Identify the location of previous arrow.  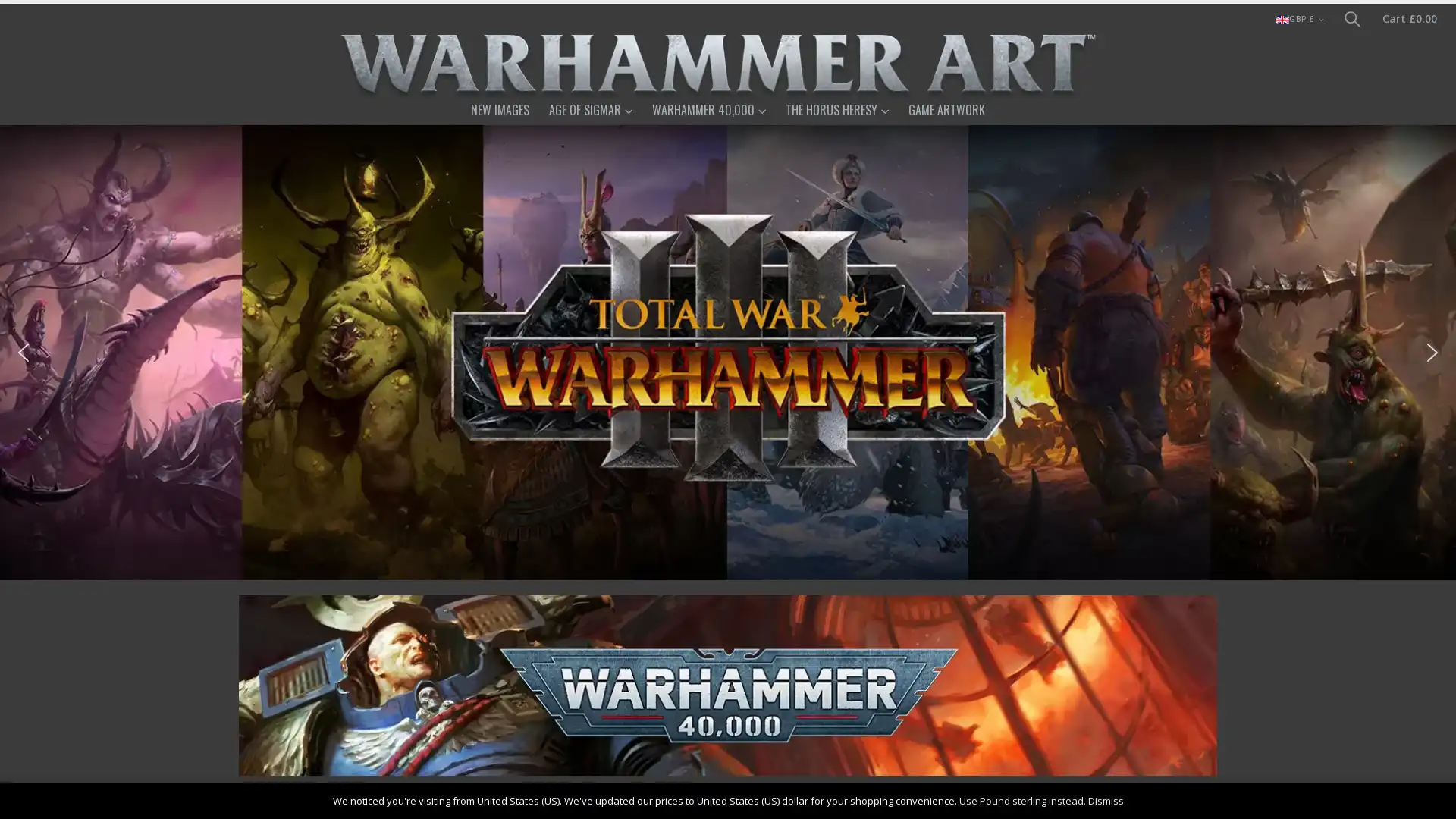
(23, 351).